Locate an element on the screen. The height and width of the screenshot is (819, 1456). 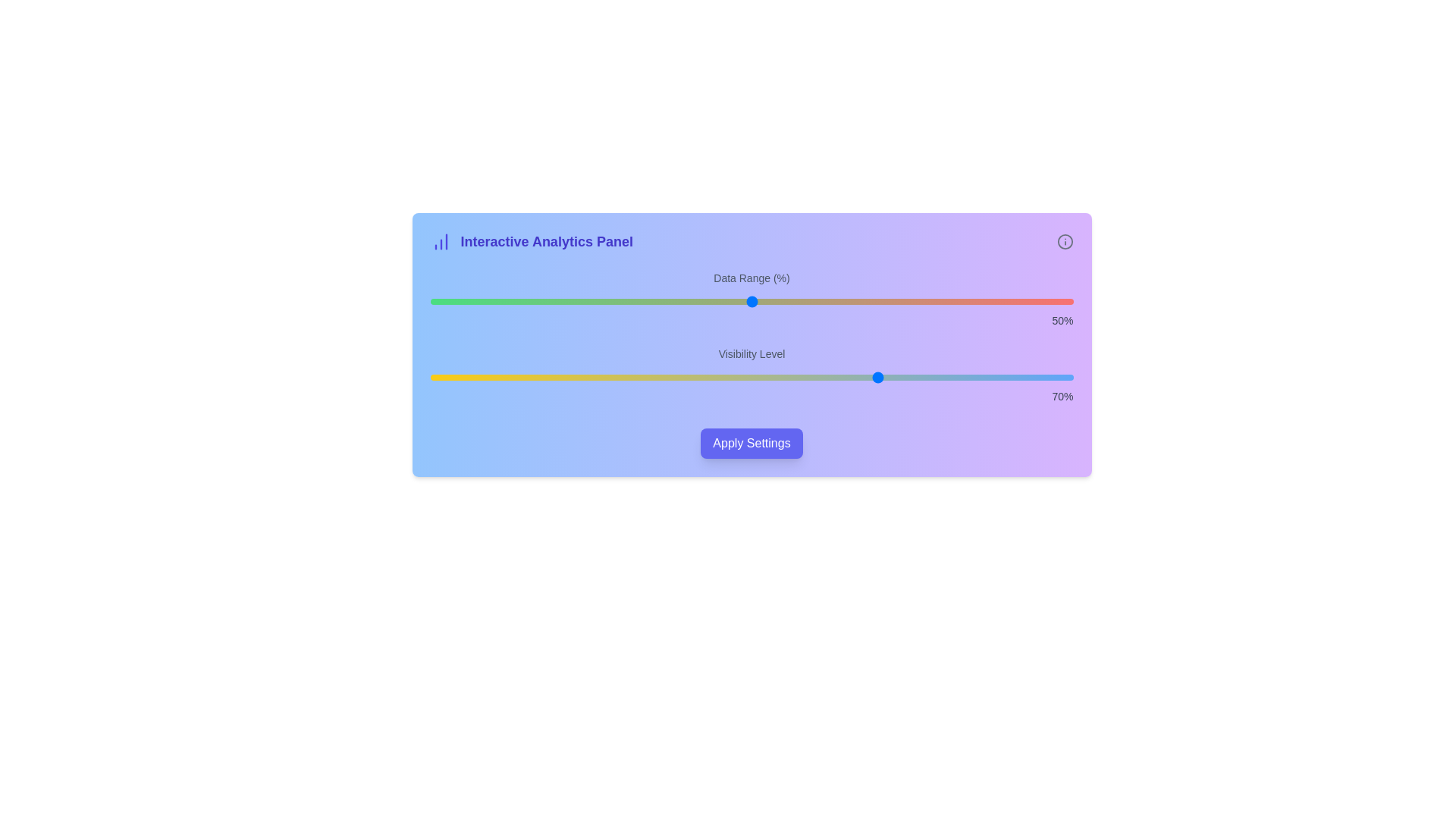
the information icon to display additional details is located at coordinates (1064, 241).